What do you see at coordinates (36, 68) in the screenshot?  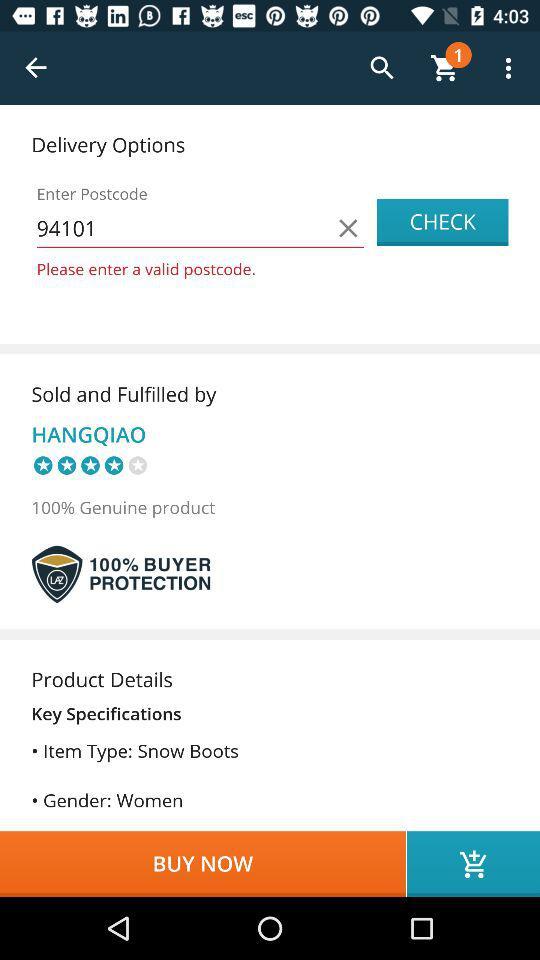 I see `click arrow button` at bounding box center [36, 68].